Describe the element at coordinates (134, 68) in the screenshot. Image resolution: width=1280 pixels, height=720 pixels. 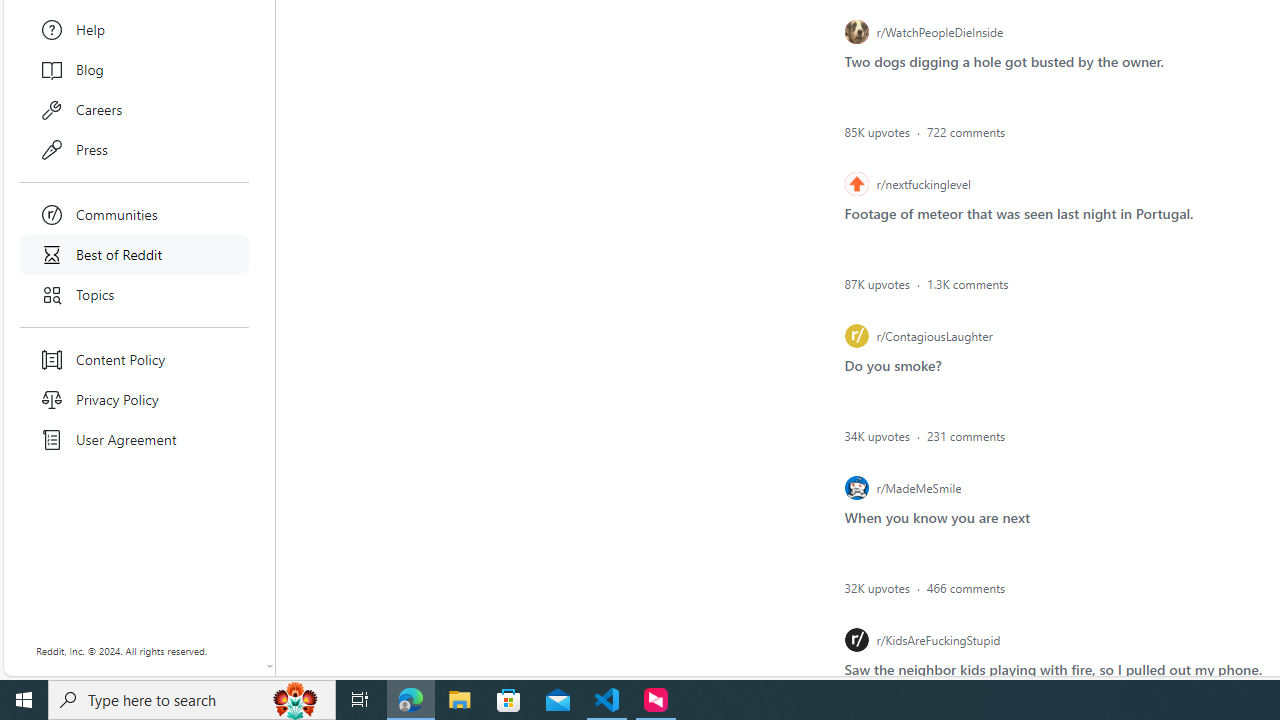
I see `'Blog'` at that location.